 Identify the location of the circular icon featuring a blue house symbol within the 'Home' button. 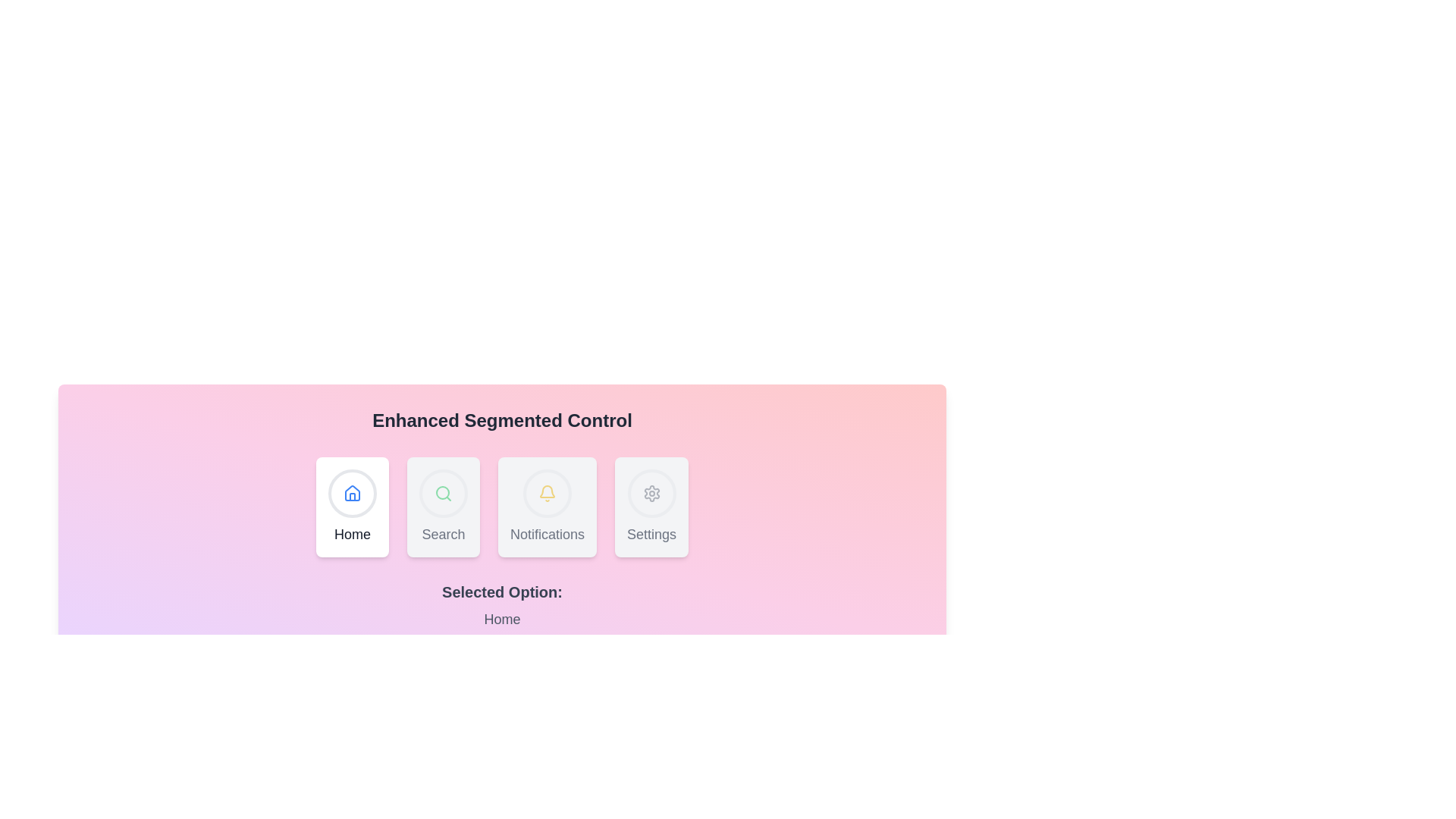
(352, 494).